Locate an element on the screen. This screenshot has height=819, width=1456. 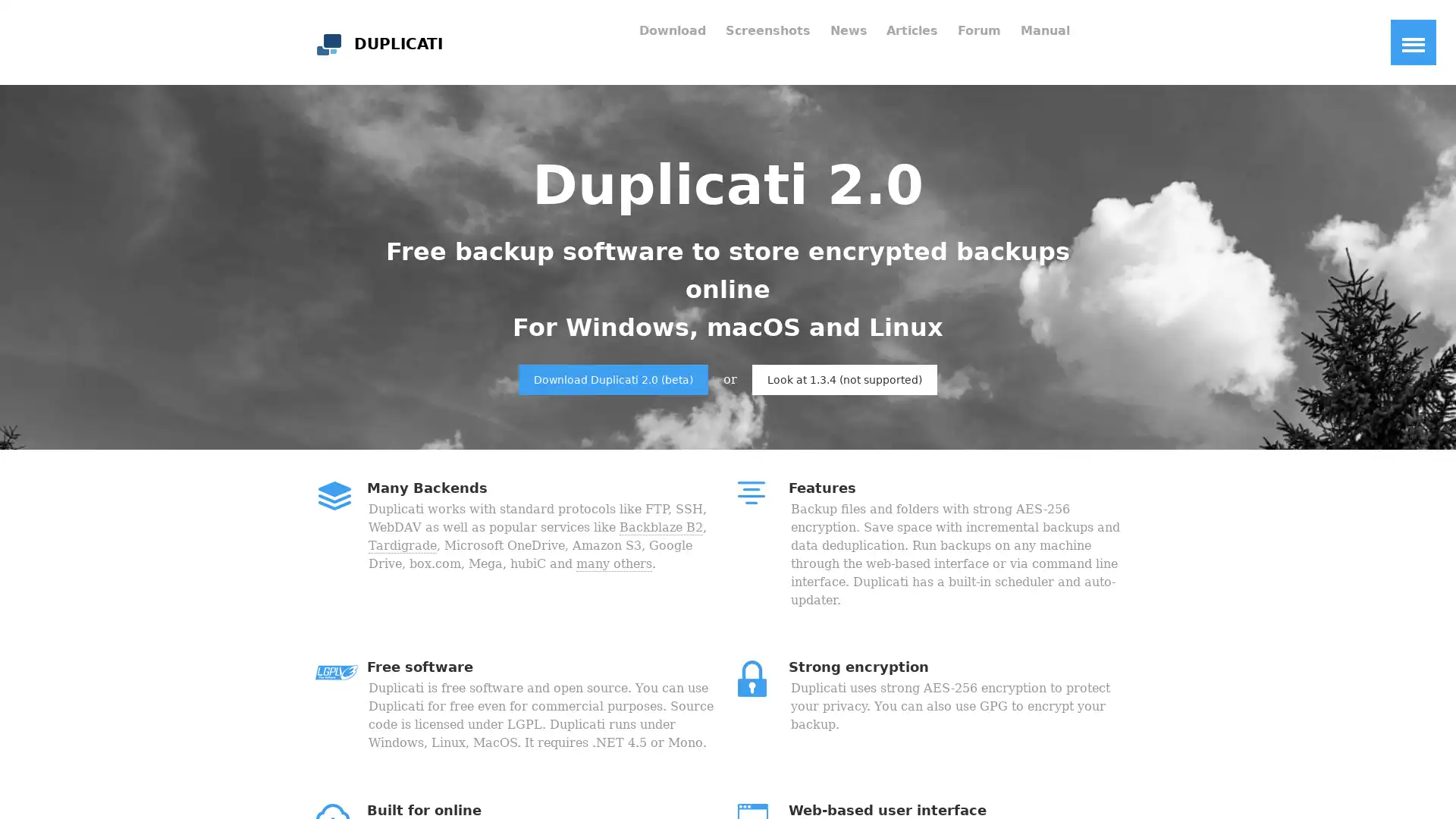
Toggle Navigation is located at coordinates (1412, 40).